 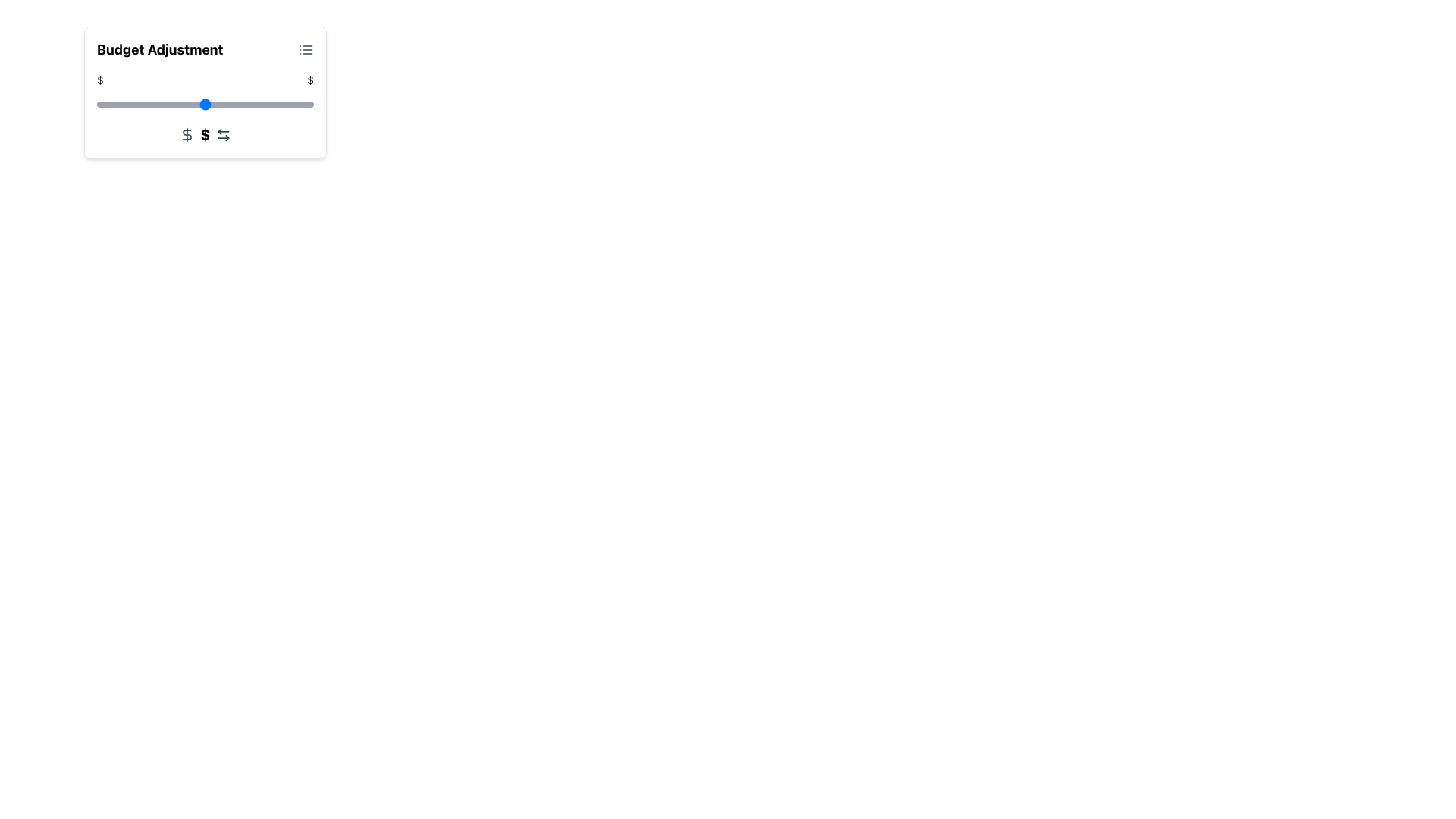 What do you see at coordinates (223, 133) in the screenshot?
I see `the fifth icon in a row at the bottom center of the section, located to the right of the dollar sign icon` at bounding box center [223, 133].